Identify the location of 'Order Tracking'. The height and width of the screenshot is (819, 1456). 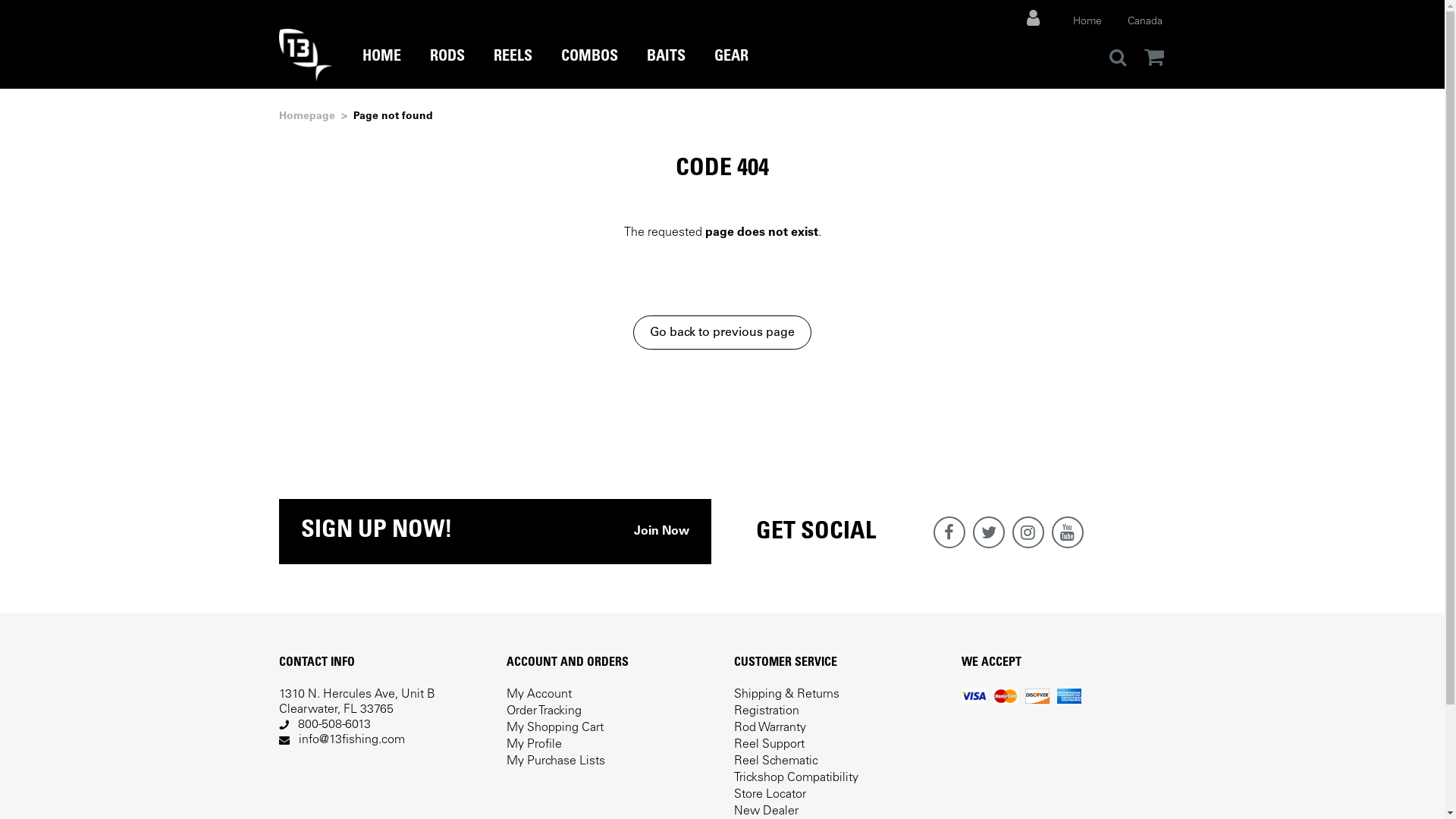
(544, 711).